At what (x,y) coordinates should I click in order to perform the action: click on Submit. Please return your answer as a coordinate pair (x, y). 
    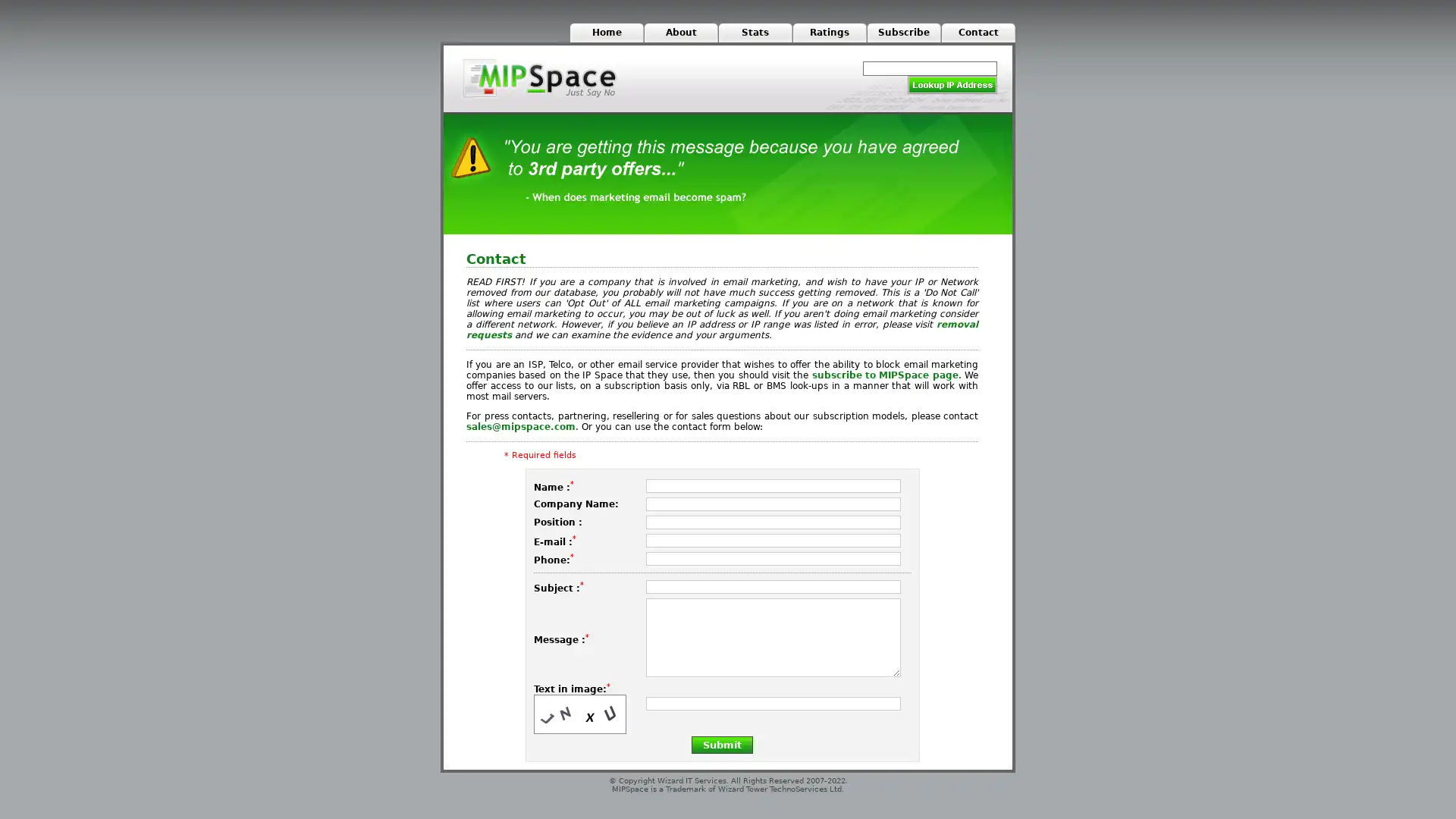
    Looking at the image, I should click on (721, 743).